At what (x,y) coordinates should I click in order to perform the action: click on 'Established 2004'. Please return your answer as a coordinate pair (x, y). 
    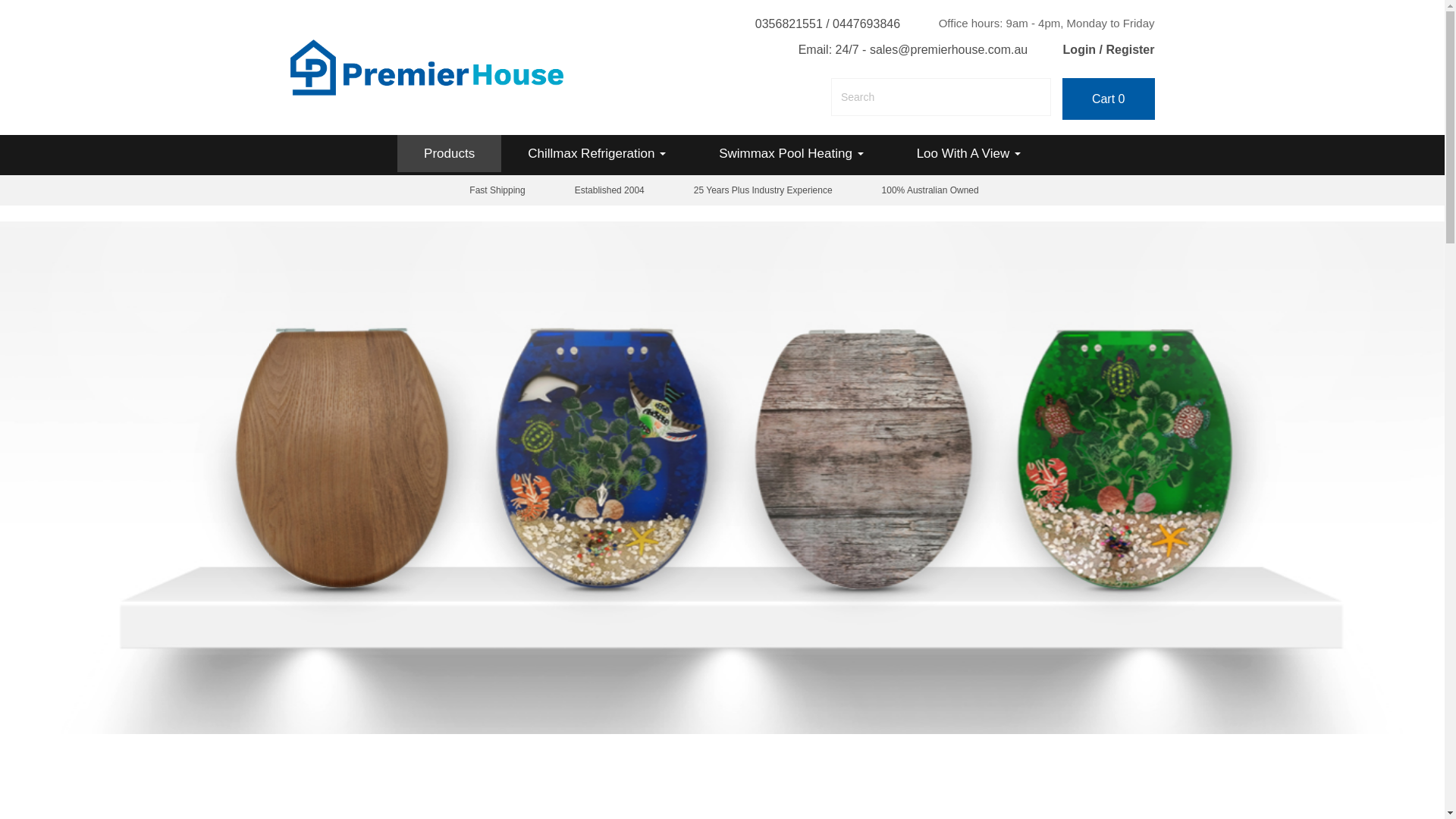
    Looking at the image, I should click on (607, 189).